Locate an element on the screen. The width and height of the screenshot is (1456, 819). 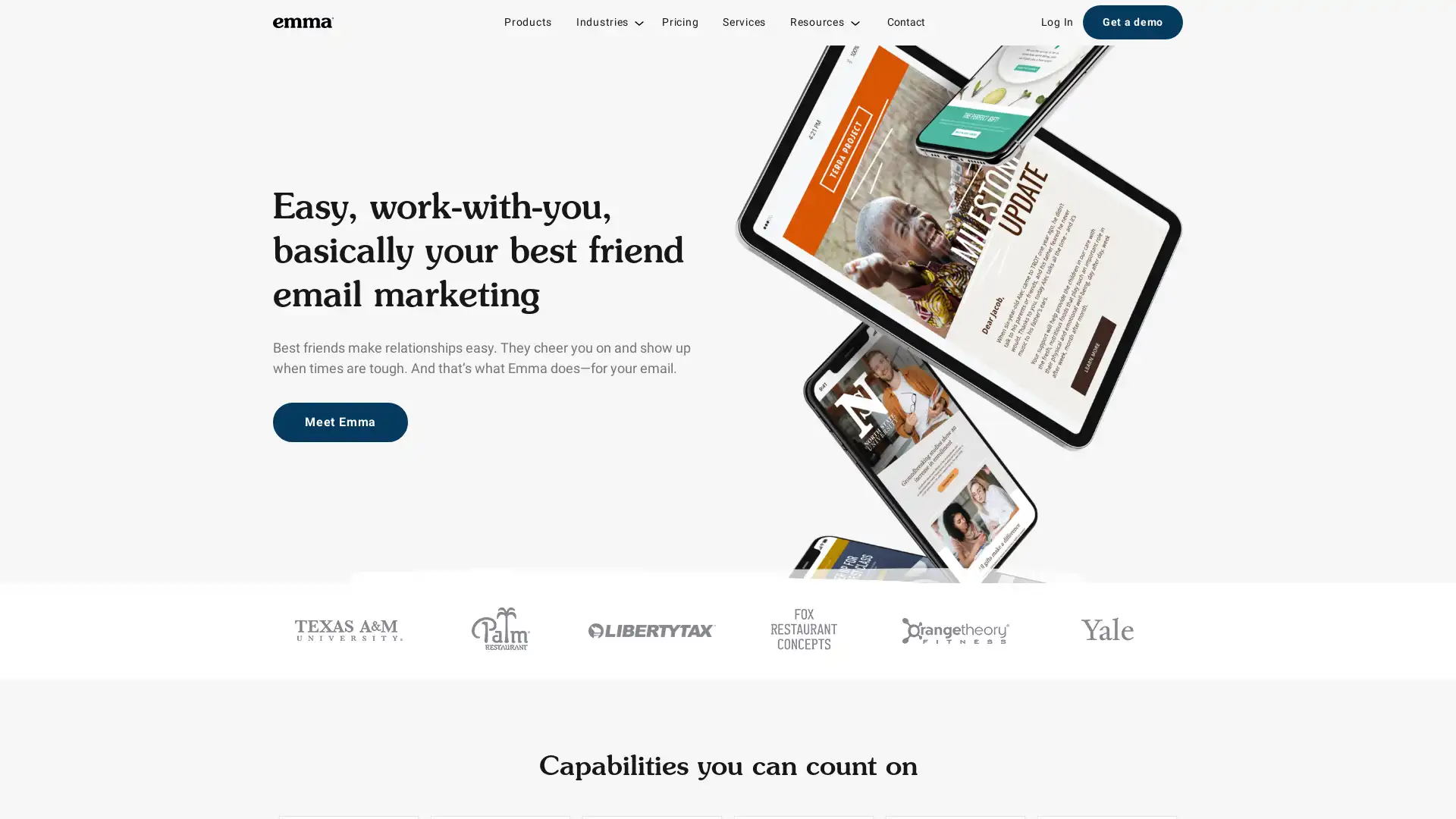
Contact is located at coordinates (901, 22).